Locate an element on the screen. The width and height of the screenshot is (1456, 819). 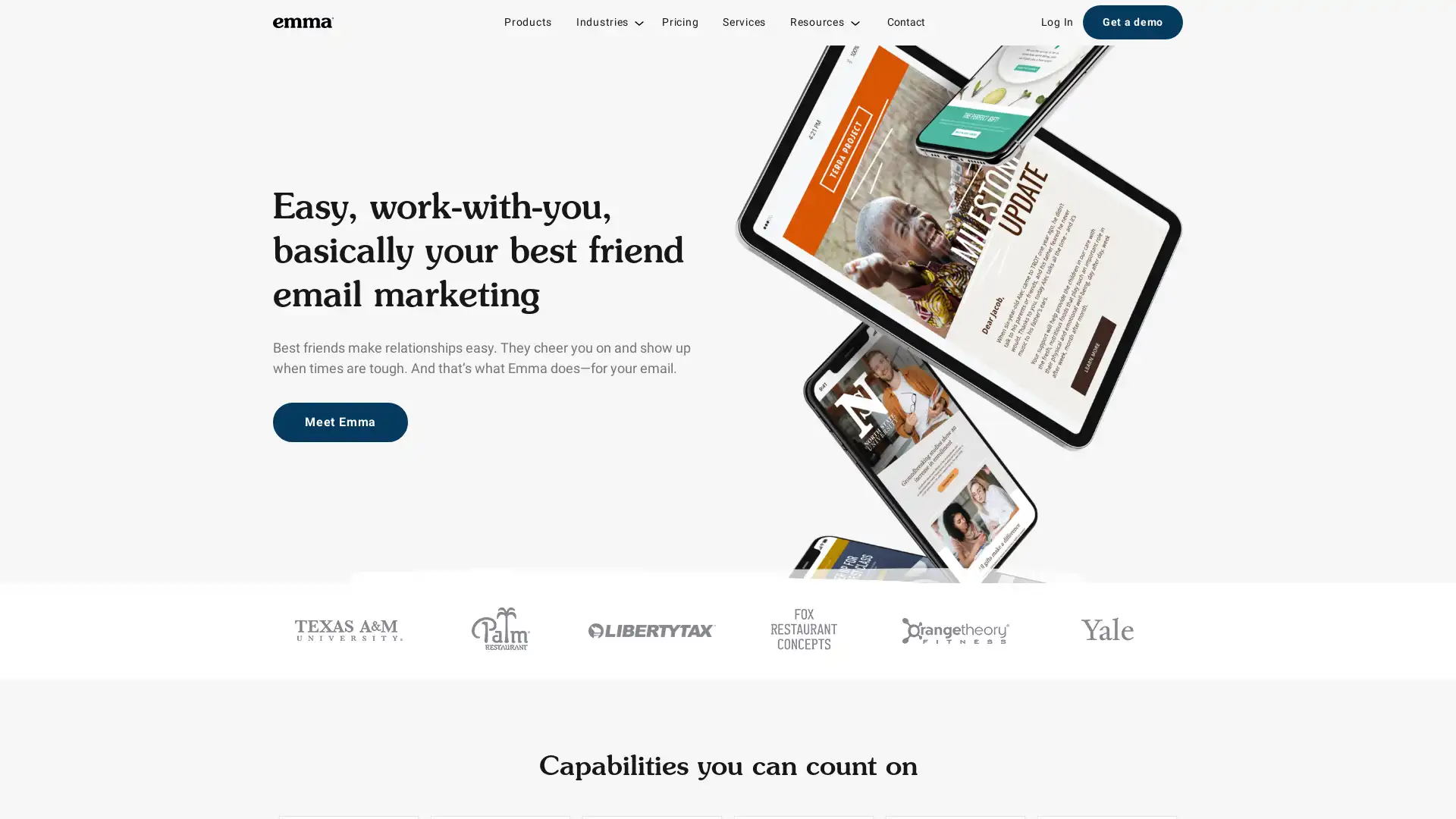
Contact is located at coordinates (901, 22).